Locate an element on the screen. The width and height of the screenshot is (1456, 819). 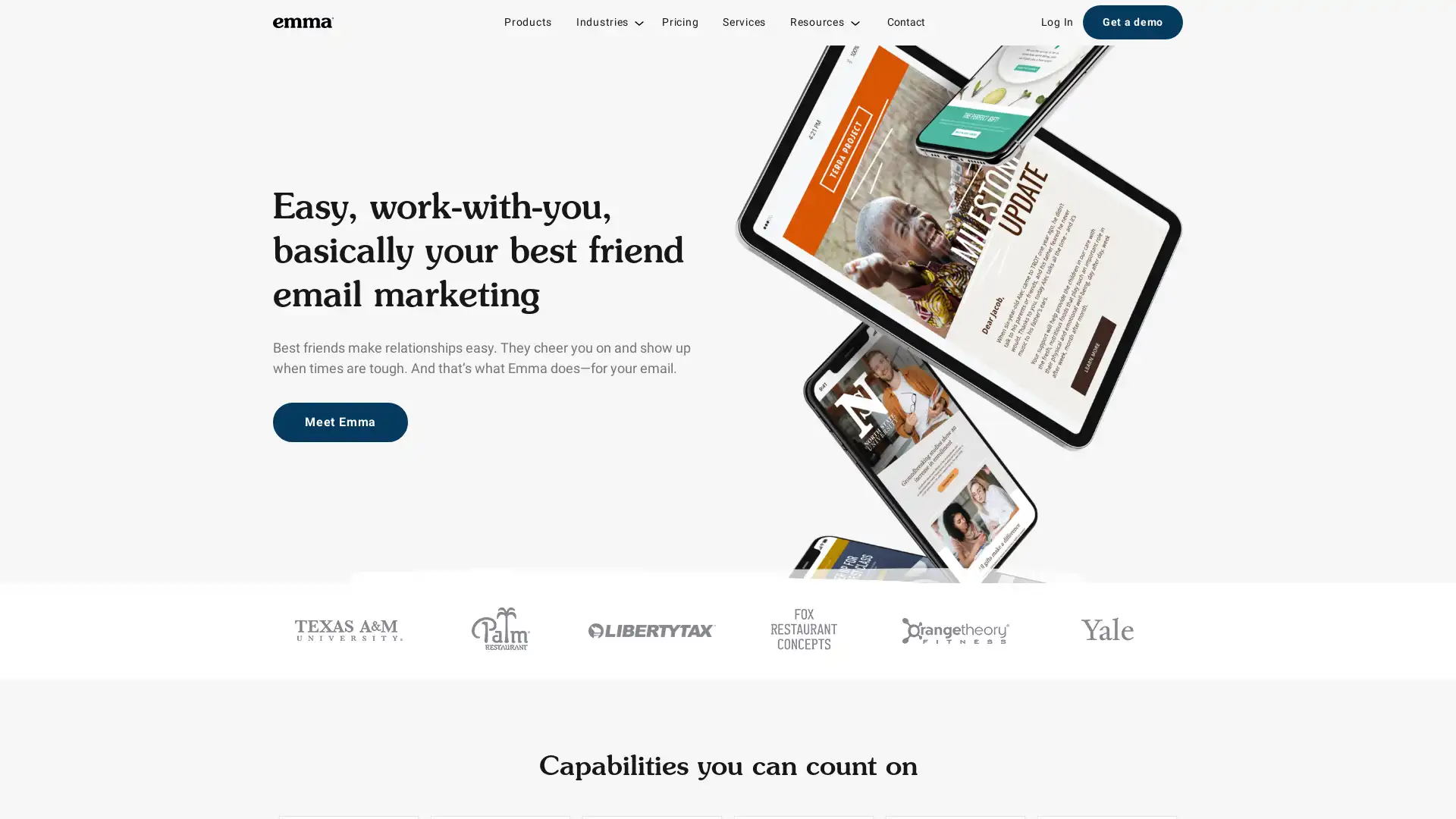
Contact is located at coordinates (901, 22).